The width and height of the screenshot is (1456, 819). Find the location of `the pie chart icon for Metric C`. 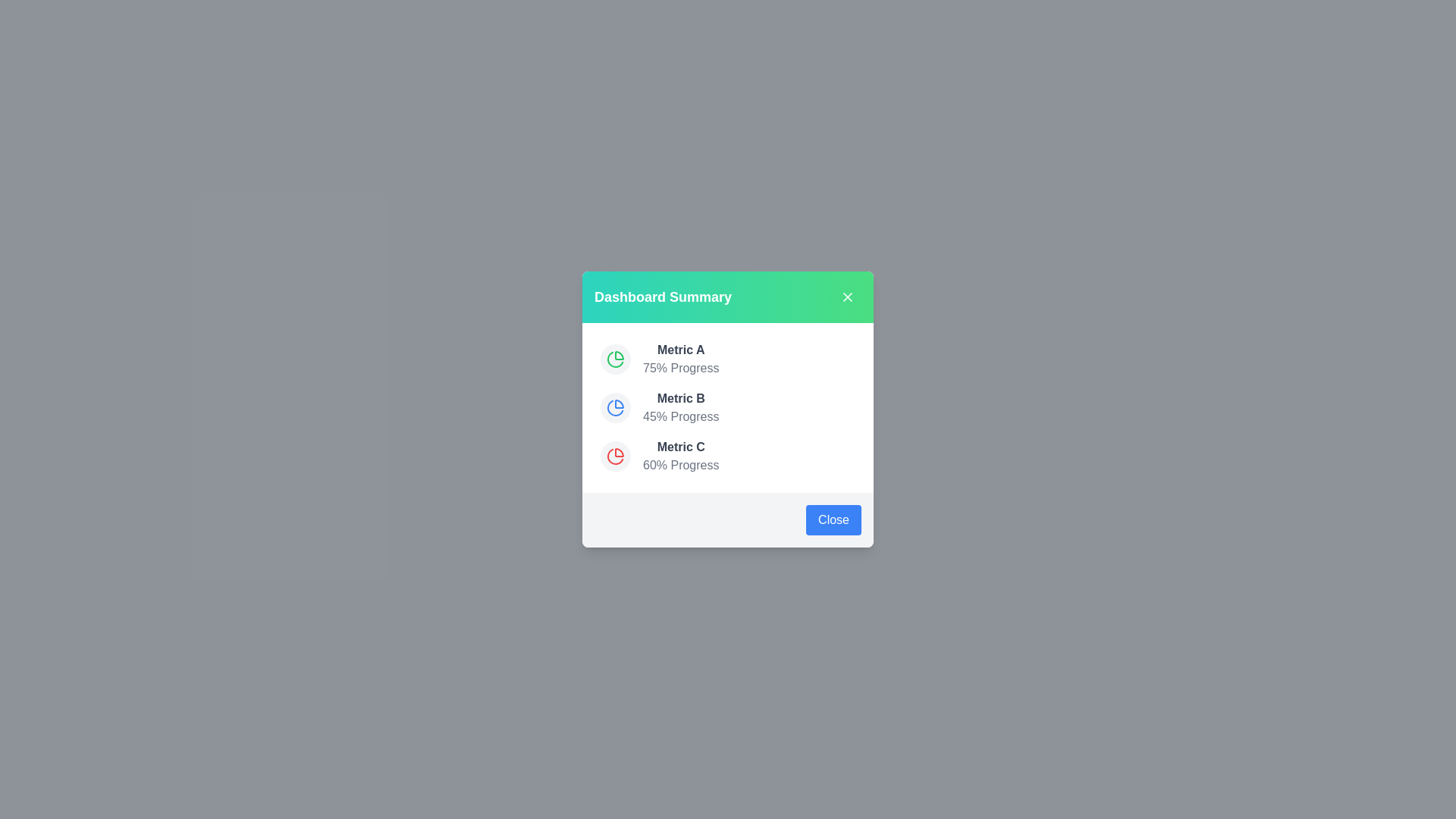

the pie chart icon for Metric C is located at coordinates (615, 455).